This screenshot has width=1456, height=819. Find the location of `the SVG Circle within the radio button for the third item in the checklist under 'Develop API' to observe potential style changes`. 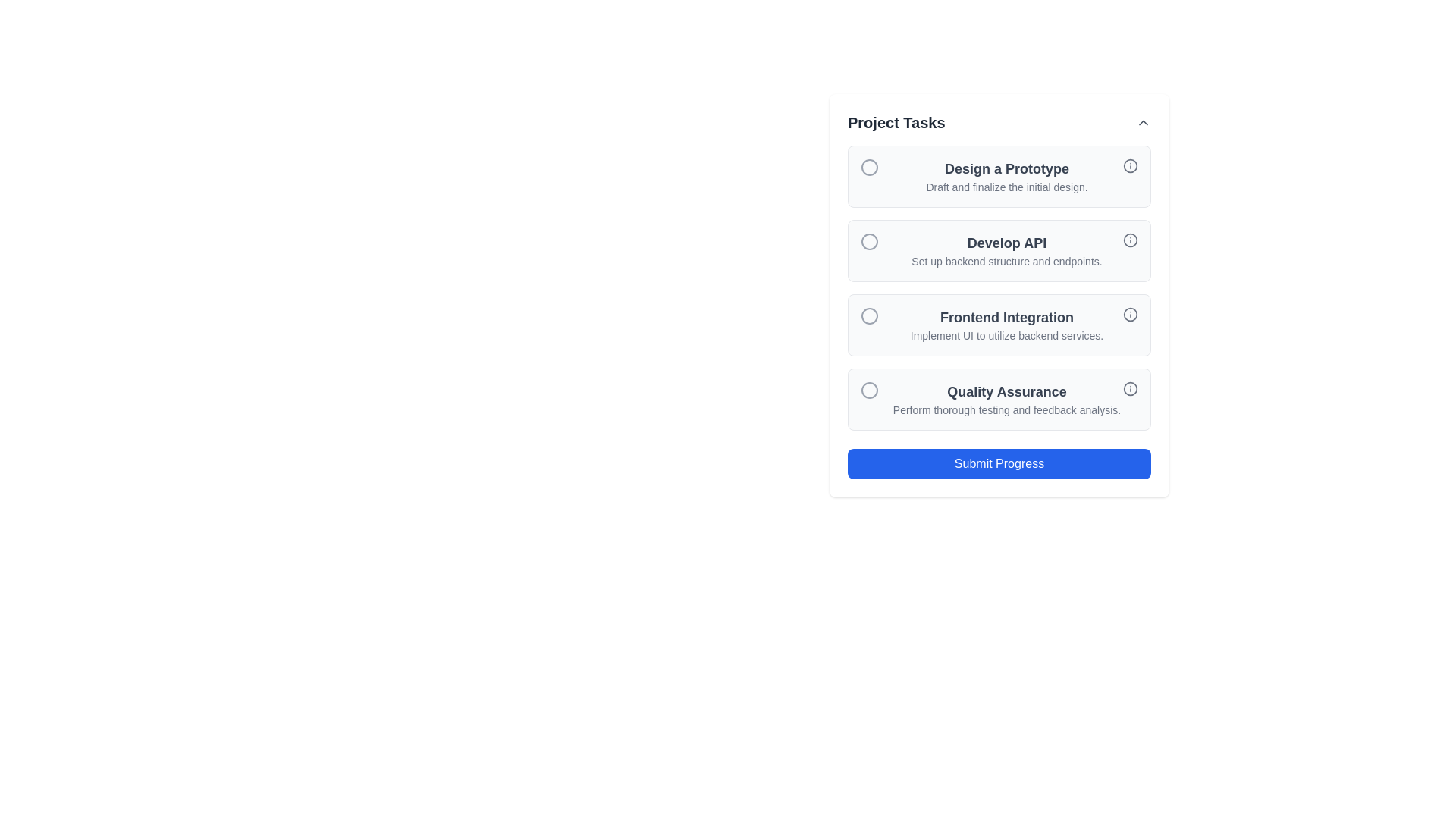

the SVG Circle within the radio button for the third item in the checklist under 'Develop API' to observe potential style changes is located at coordinates (870, 241).